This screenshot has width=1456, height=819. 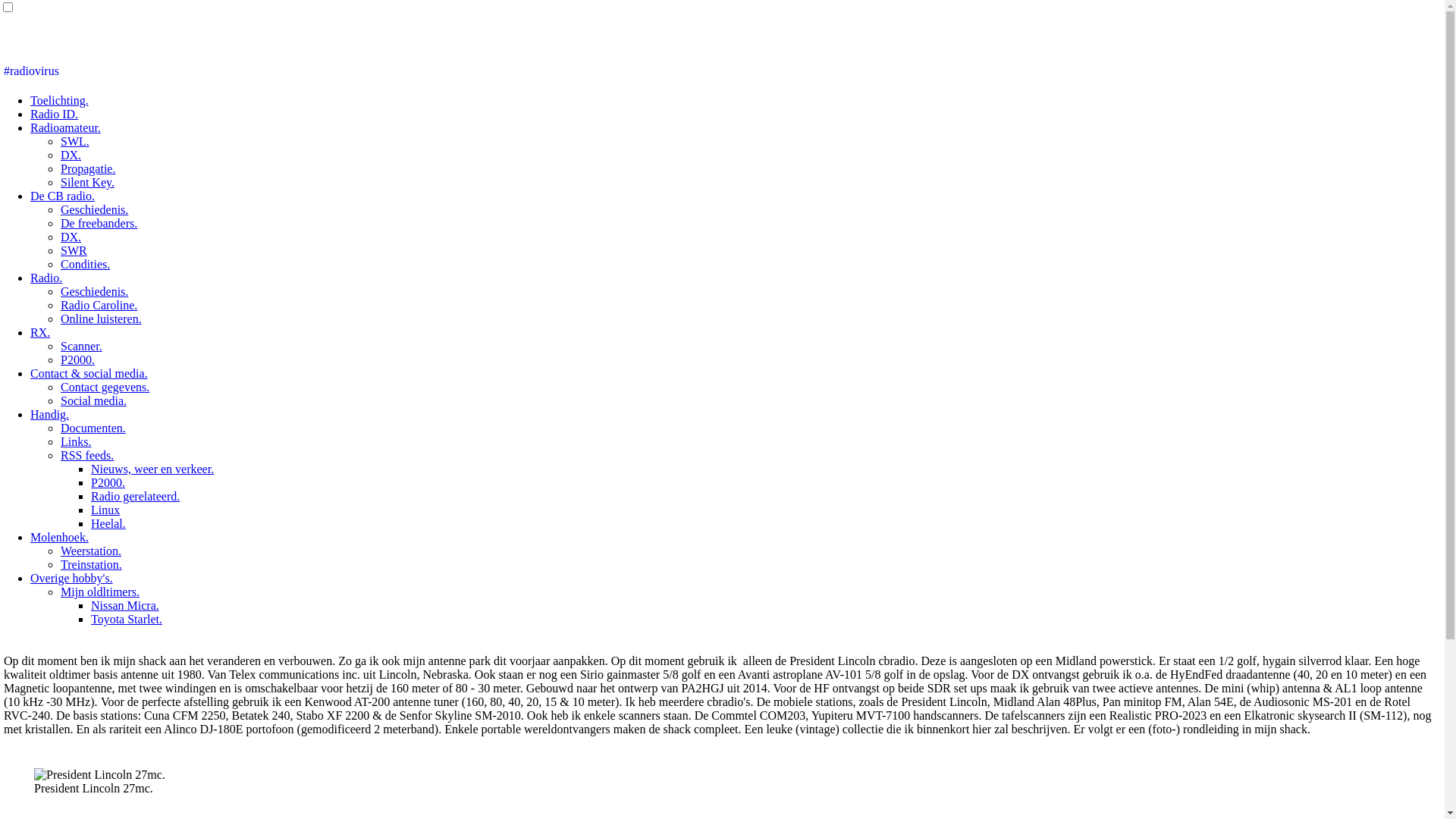 What do you see at coordinates (86, 181) in the screenshot?
I see `'Silent Key.'` at bounding box center [86, 181].